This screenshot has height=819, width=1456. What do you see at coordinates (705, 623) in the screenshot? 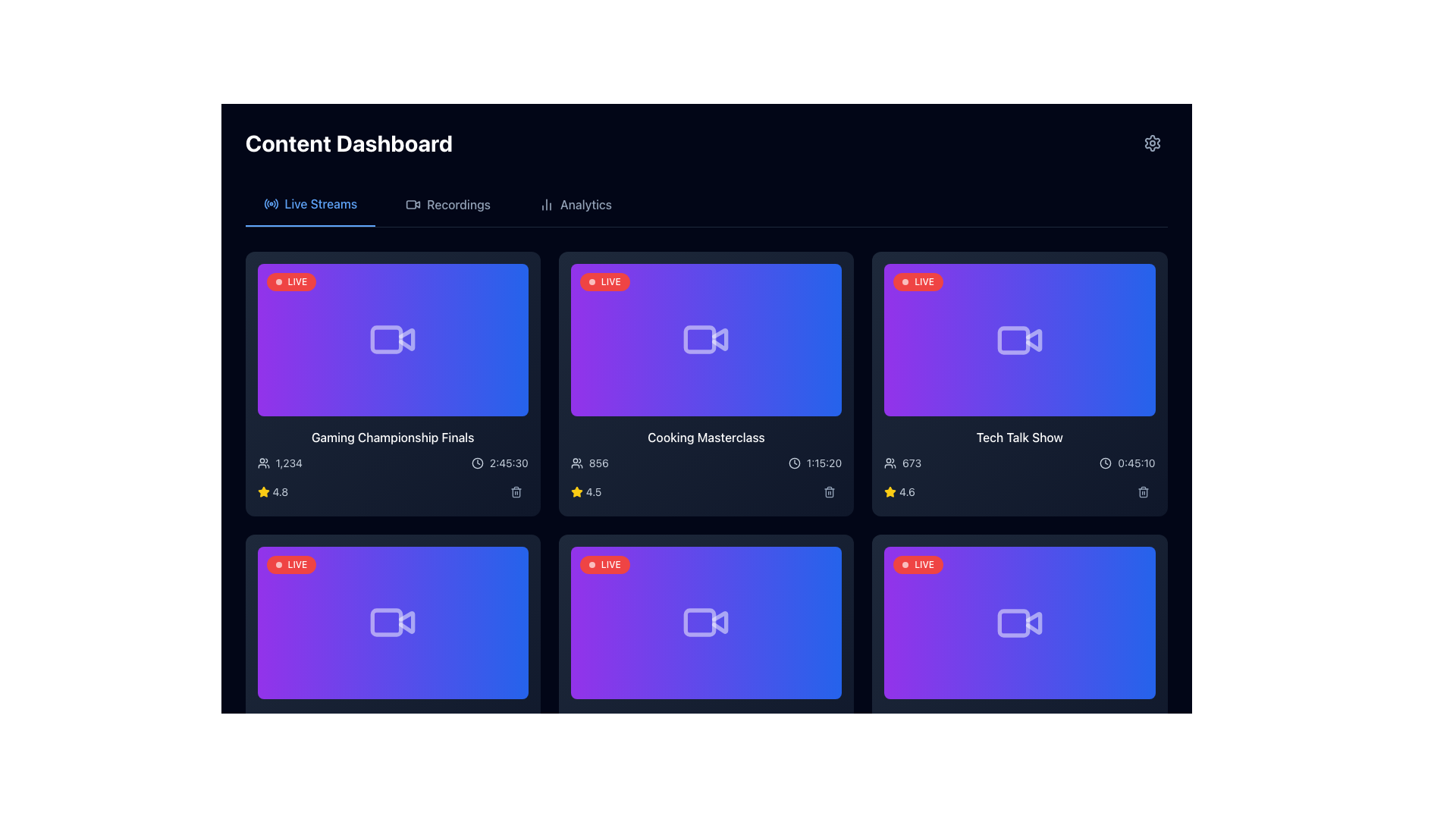
I see `the video-related feature icon located in the center of the bottom-middle card of the content dashboard, which has a 'LIVE' label in the top-left corner` at bounding box center [705, 623].